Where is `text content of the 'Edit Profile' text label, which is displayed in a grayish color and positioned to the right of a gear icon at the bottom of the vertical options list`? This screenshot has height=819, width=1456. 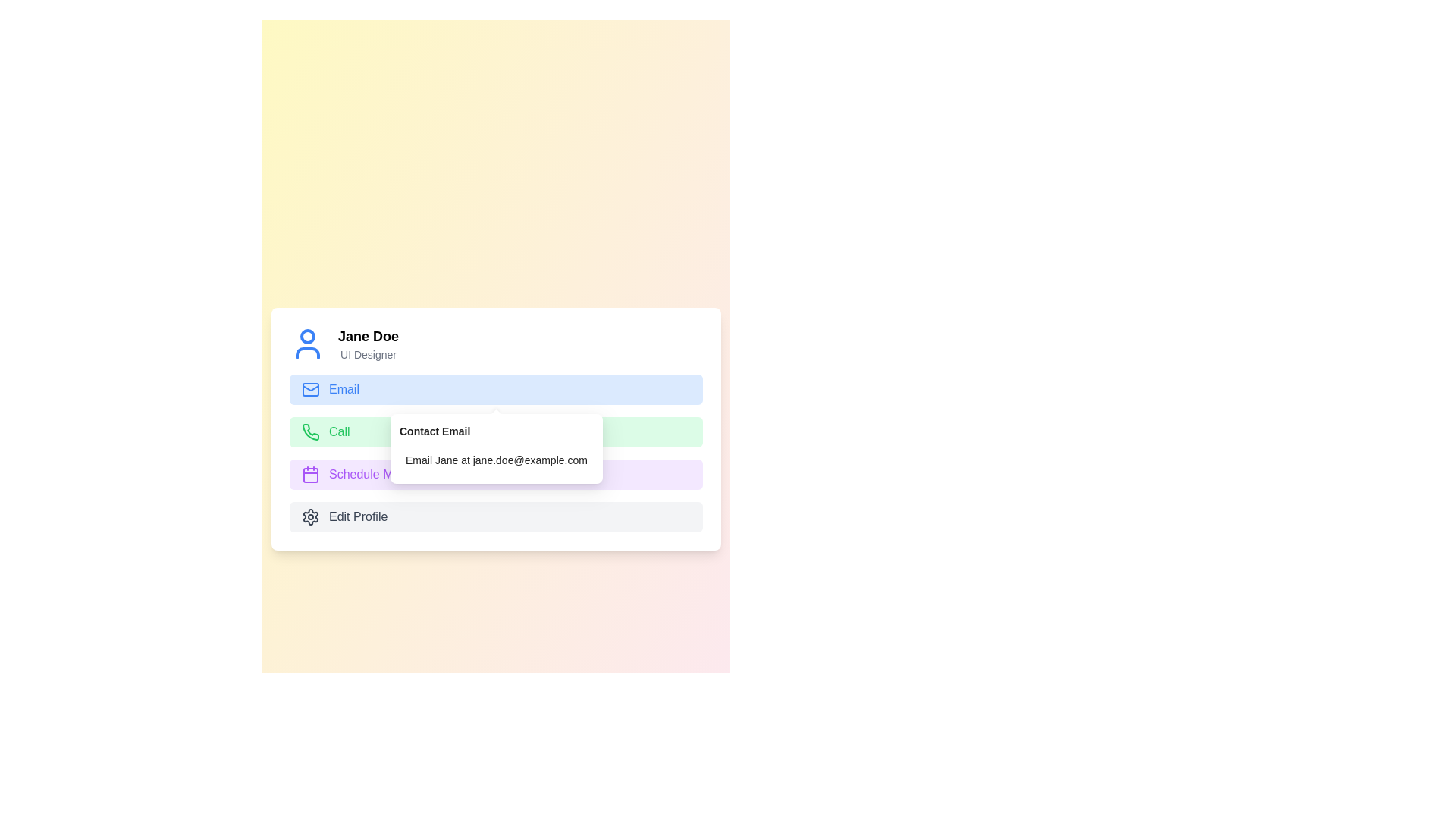
text content of the 'Edit Profile' text label, which is displayed in a grayish color and positioned to the right of a gear icon at the bottom of the vertical options list is located at coordinates (357, 516).